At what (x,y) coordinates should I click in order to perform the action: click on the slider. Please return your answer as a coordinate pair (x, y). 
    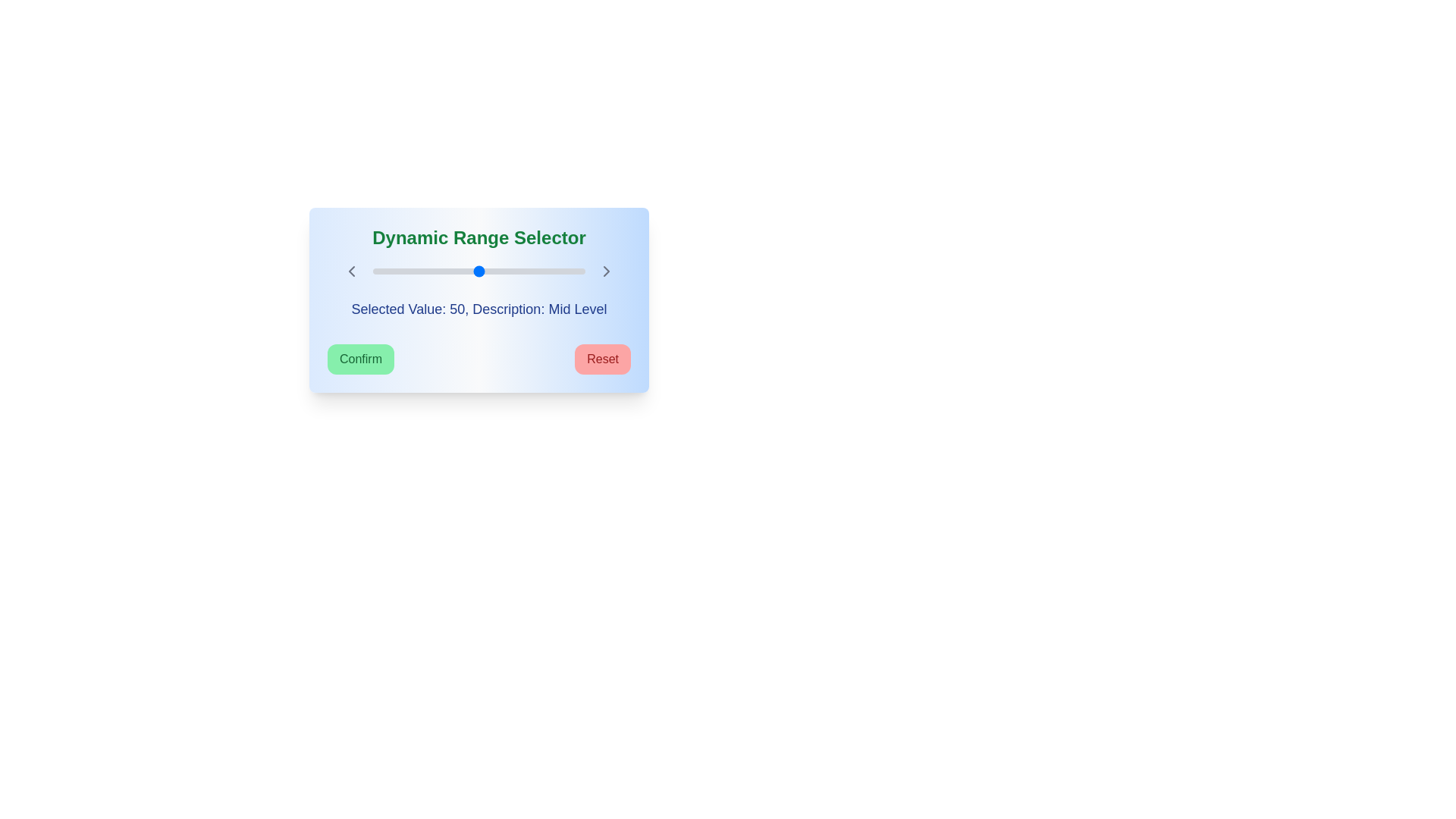
    Looking at the image, I should click on (519, 271).